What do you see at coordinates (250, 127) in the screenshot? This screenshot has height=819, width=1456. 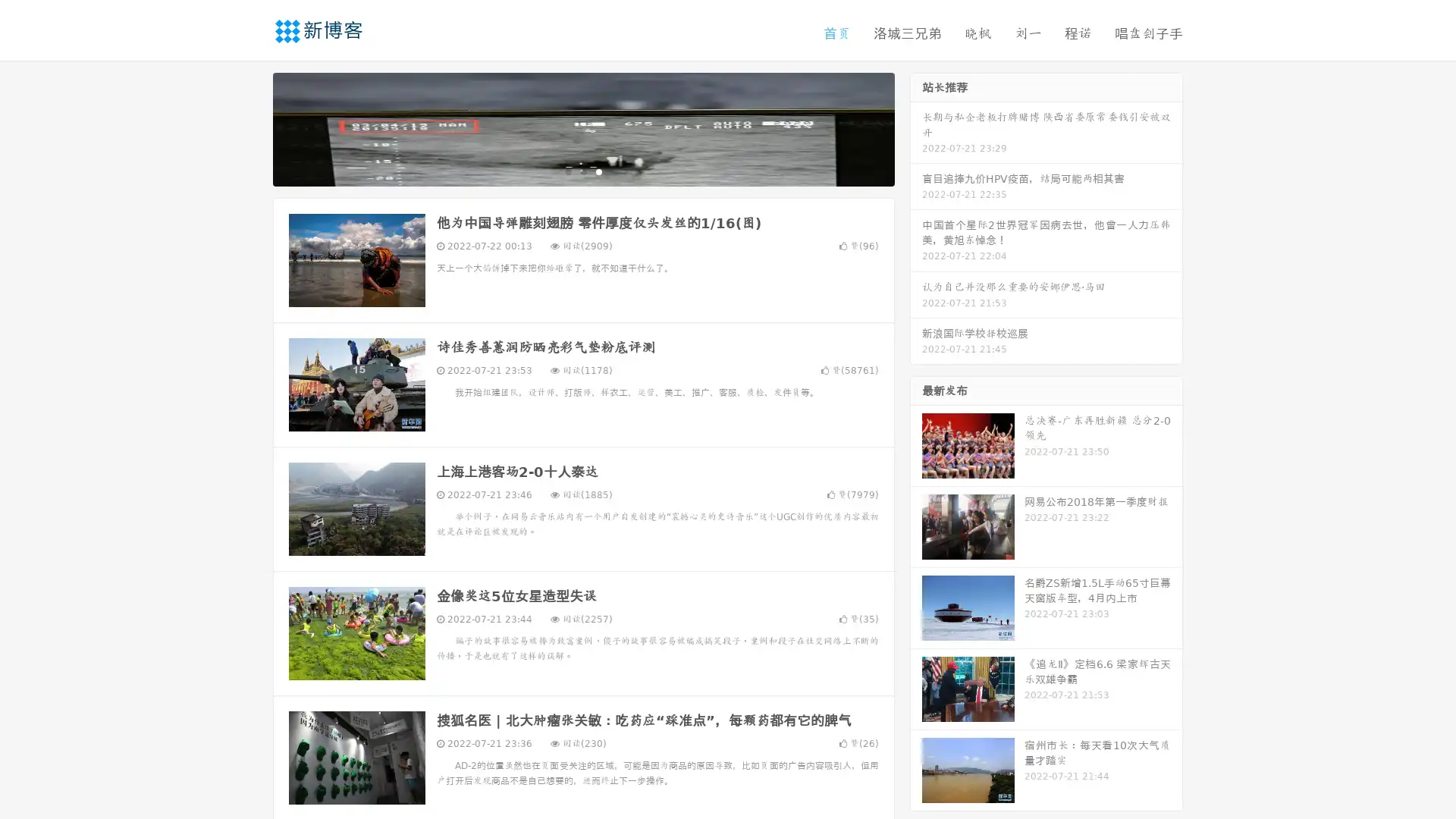 I see `Previous slide` at bounding box center [250, 127].